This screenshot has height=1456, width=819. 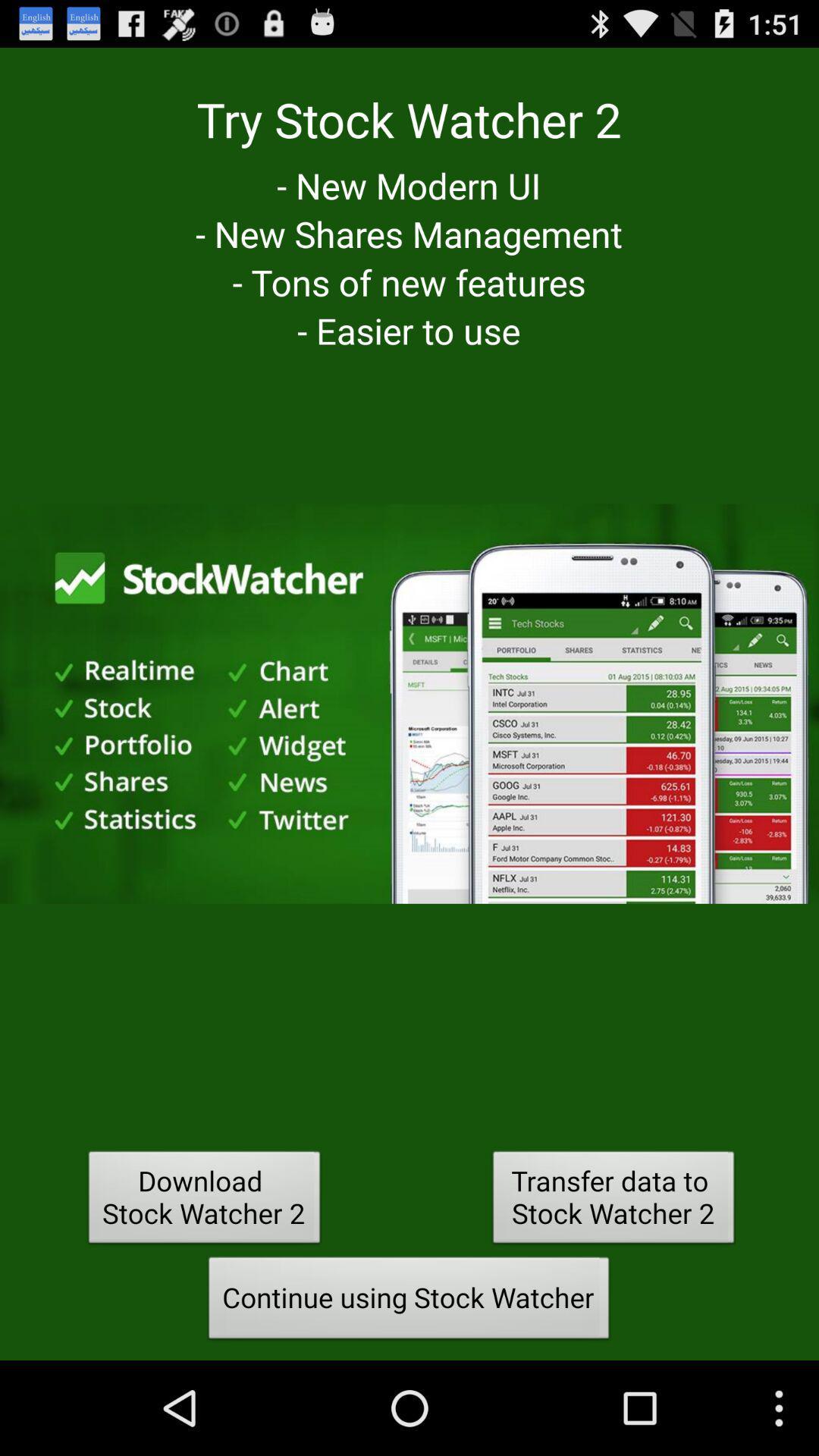 I want to click on the continue using stock at the bottom, so click(x=408, y=1301).